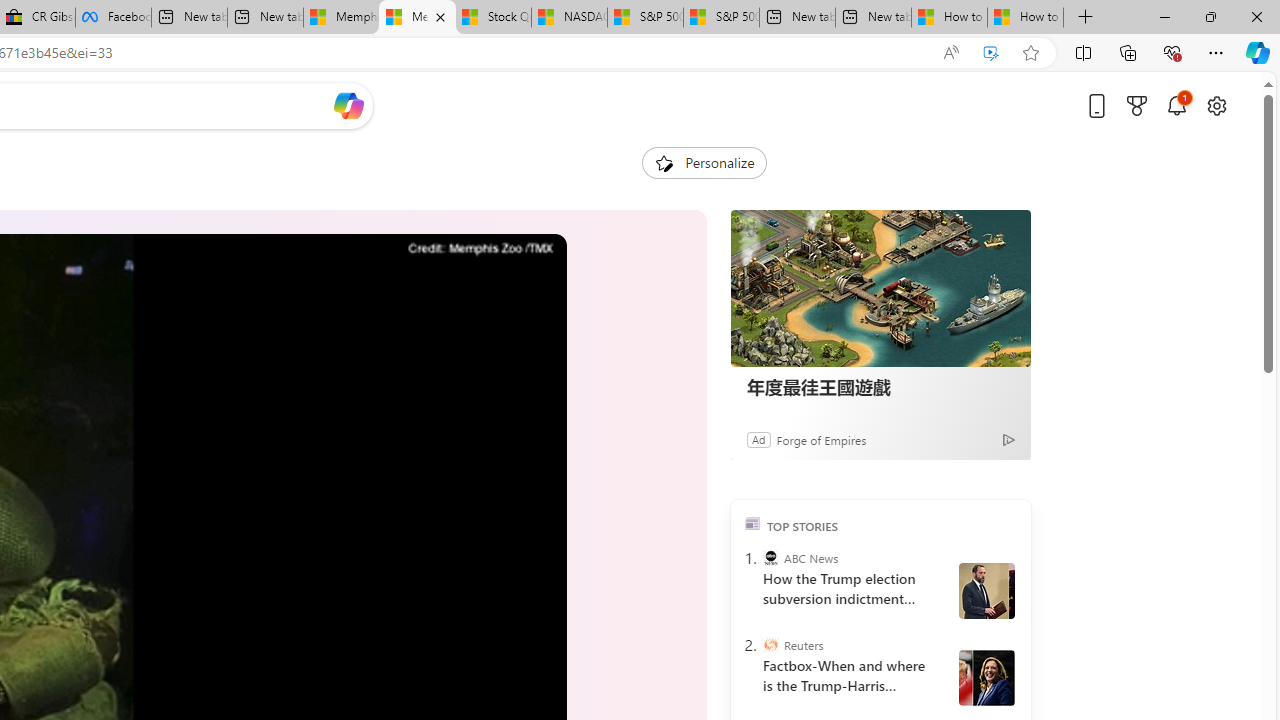 Image resolution: width=1280 pixels, height=720 pixels. Describe the element at coordinates (769, 558) in the screenshot. I see `'ABC News'` at that location.